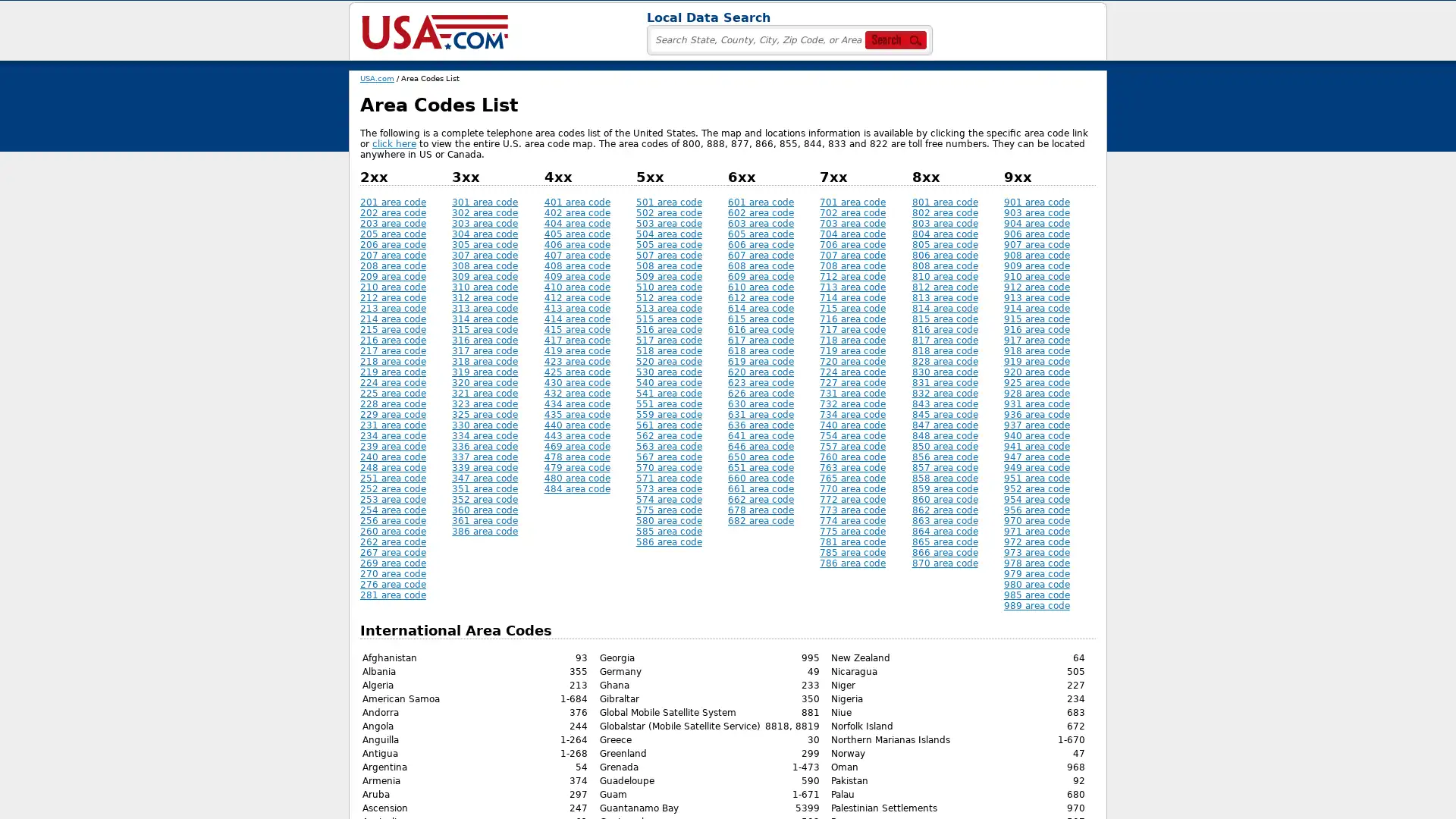 The image size is (1456, 819). I want to click on Submit, so click(652, 34).